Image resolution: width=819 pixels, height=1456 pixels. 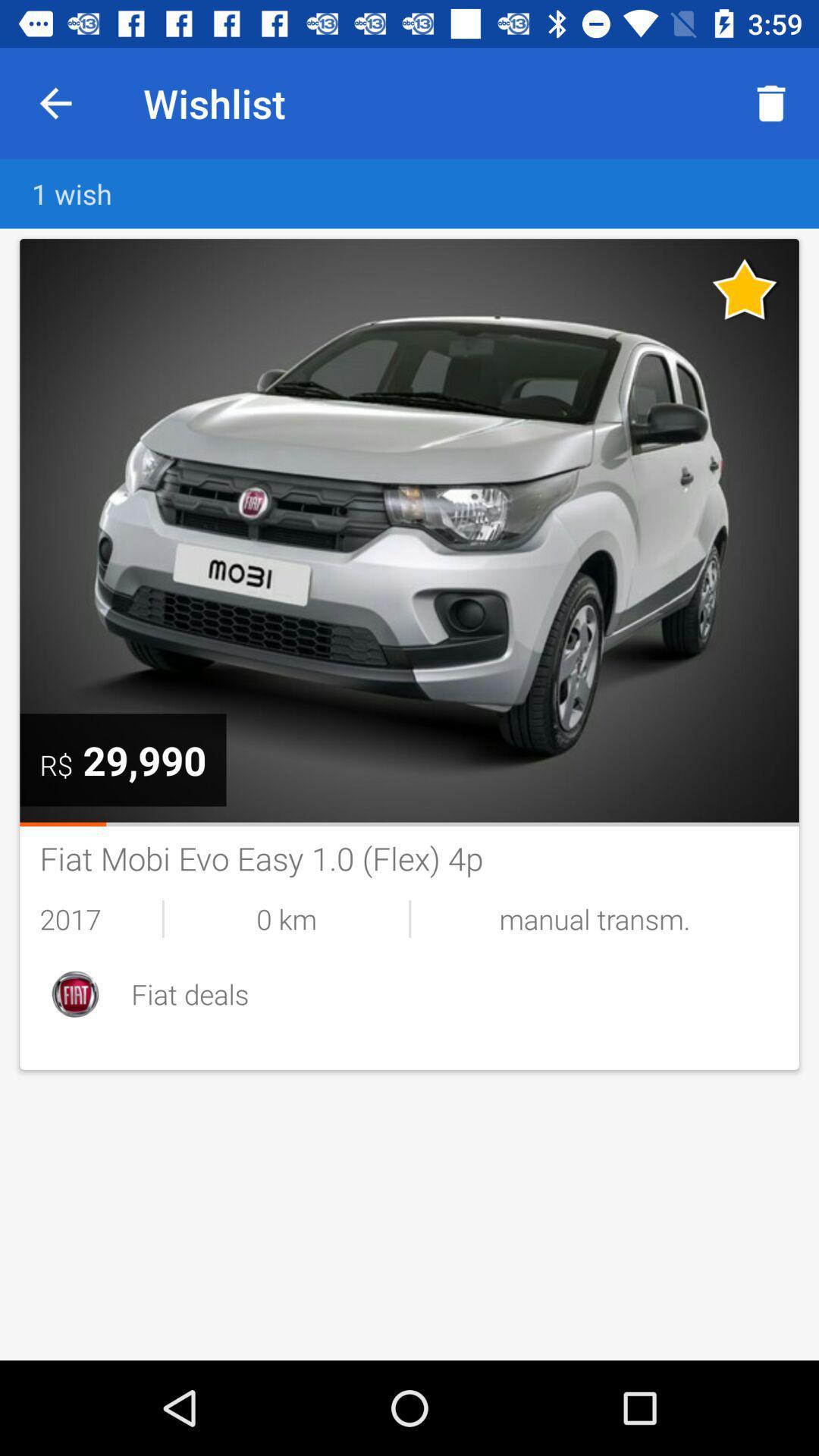 What do you see at coordinates (144, 760) in the screenshot?
I see `the item below 1 wish item` at bounding box center [144, 760].